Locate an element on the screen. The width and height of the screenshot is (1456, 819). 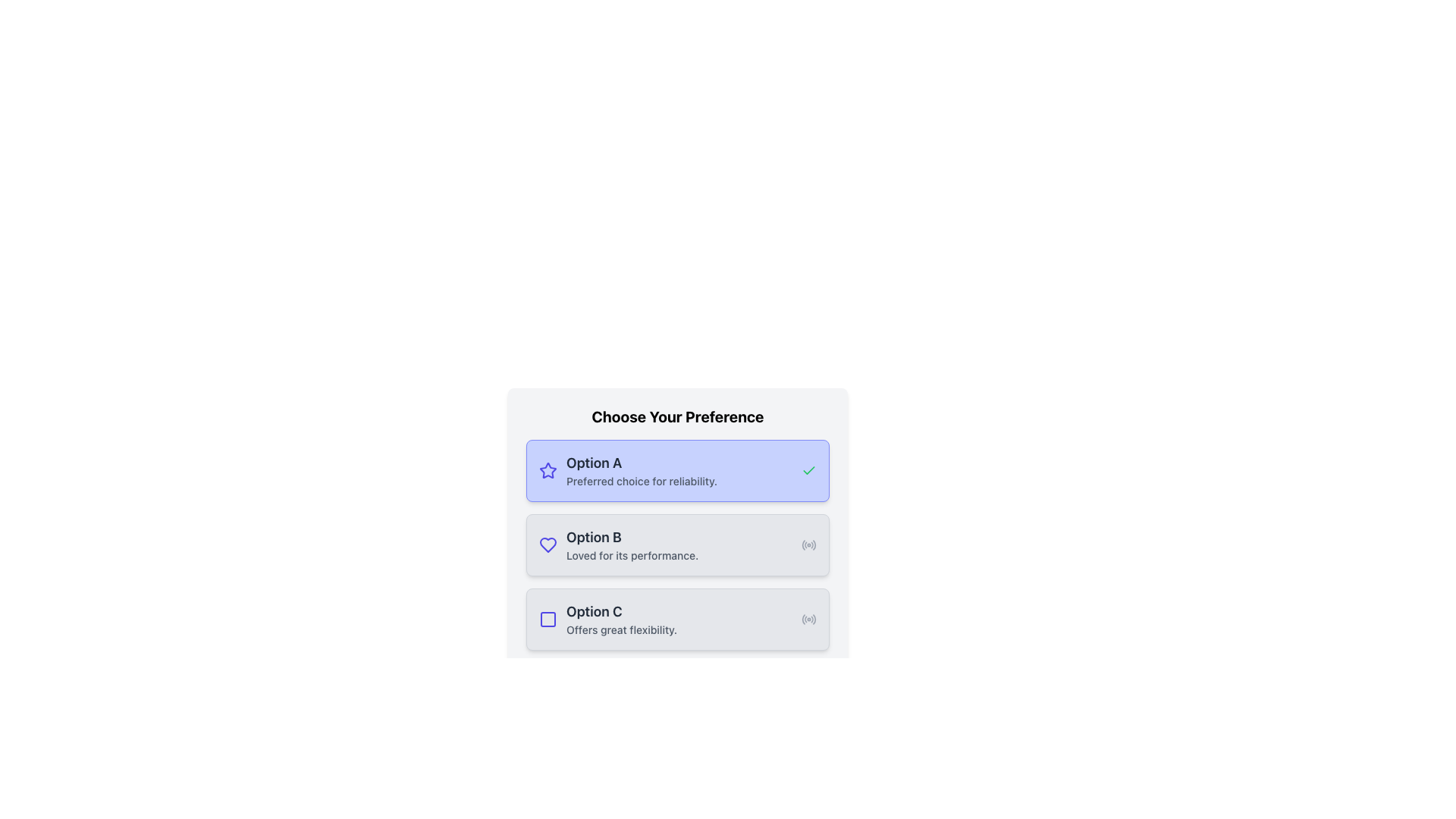
the text block containing 'Option B' and 'Loved for its performance.' is located at coordinates (679, 544).